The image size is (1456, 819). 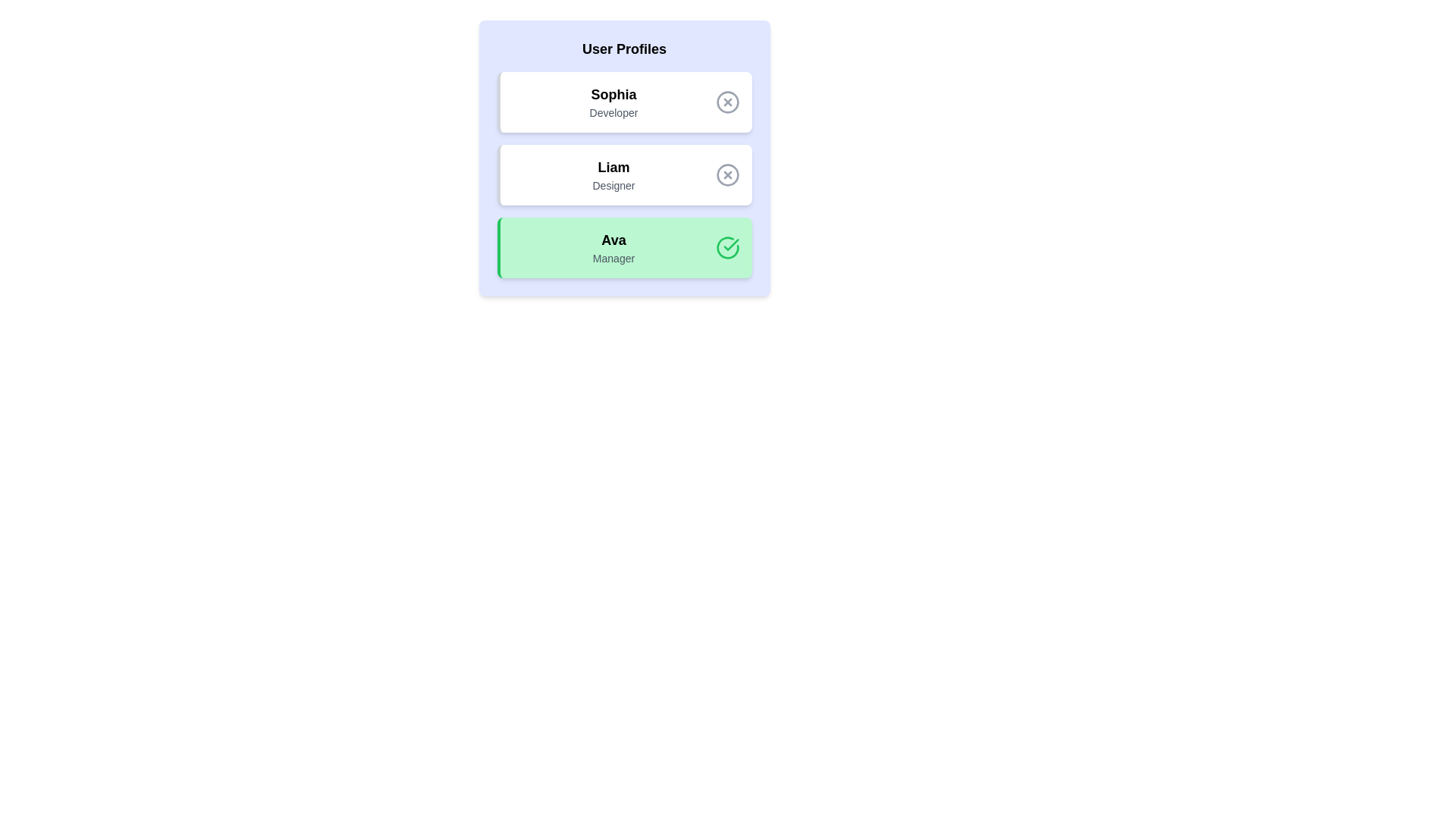 What do you see at coordinates (624, 174) in the screenshot?
I see `the profile Liam by clicking on it` at bounding box center [624, 174].